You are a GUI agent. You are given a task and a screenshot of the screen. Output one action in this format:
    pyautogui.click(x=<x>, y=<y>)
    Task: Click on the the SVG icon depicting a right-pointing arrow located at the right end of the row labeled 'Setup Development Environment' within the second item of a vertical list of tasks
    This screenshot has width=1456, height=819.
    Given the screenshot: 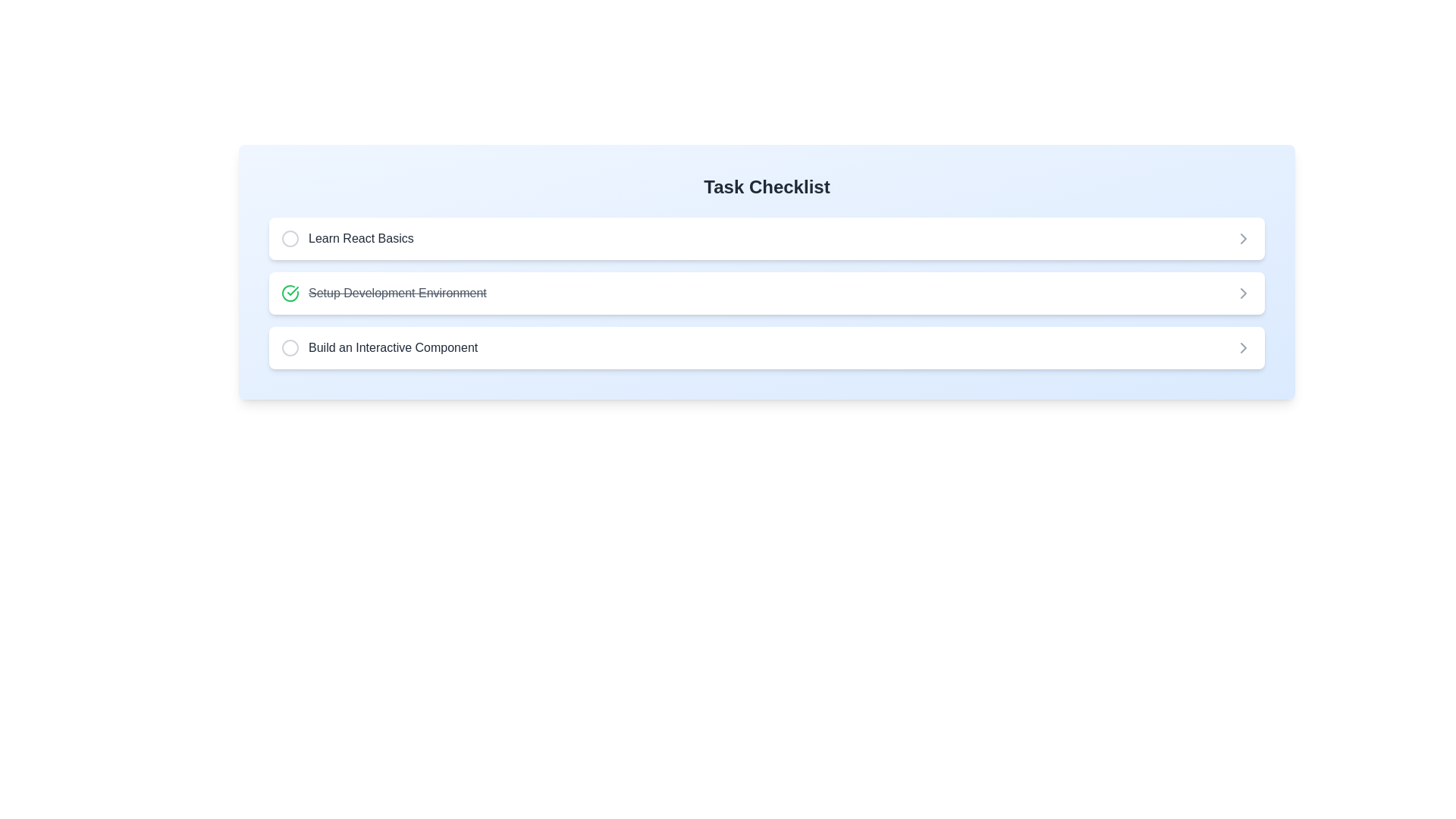 What is the action you would take?
    pyautogui.click(x=1244, y=293)
    